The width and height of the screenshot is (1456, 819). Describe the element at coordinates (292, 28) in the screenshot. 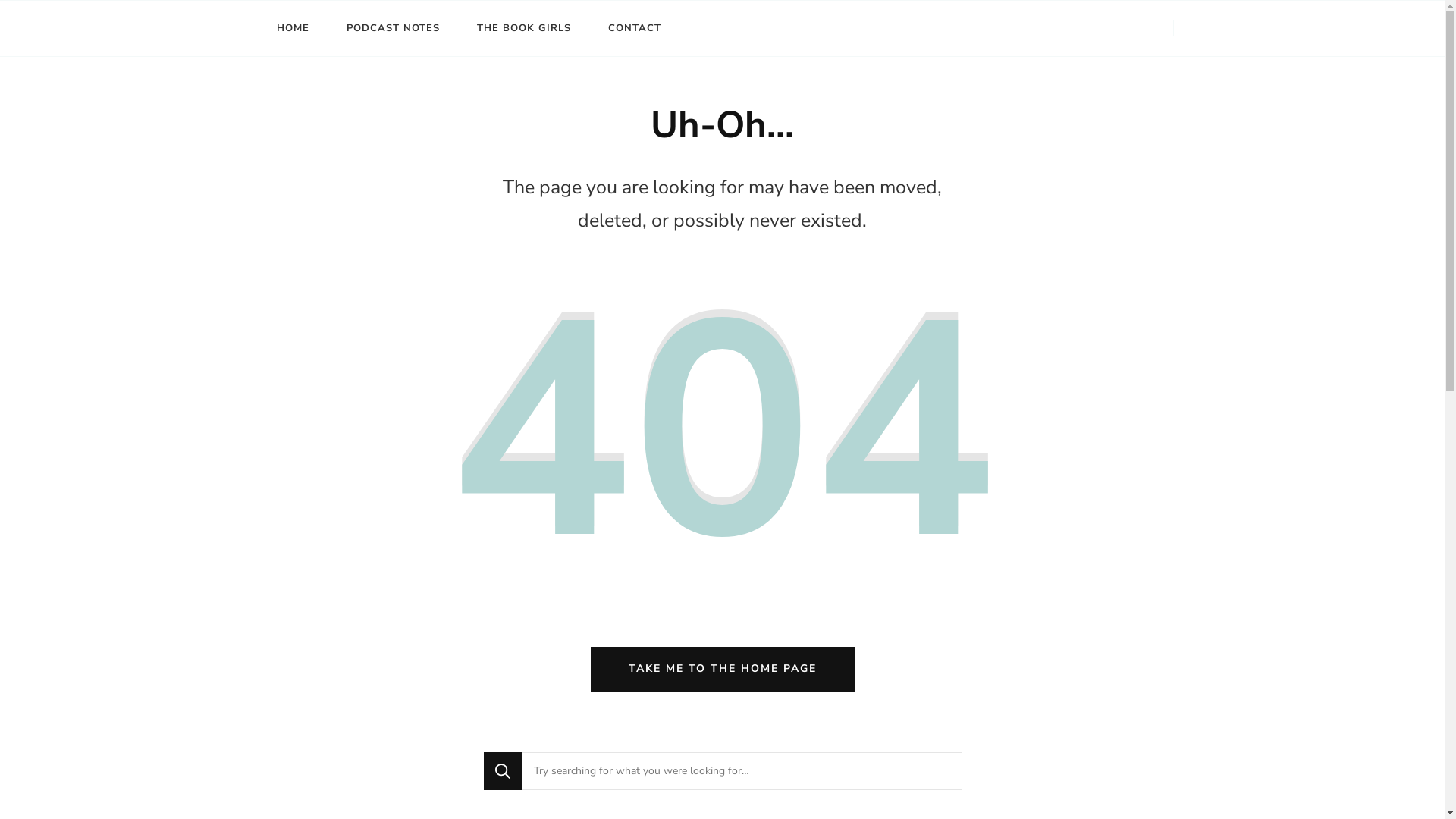

I see `'HOME'` at that location.